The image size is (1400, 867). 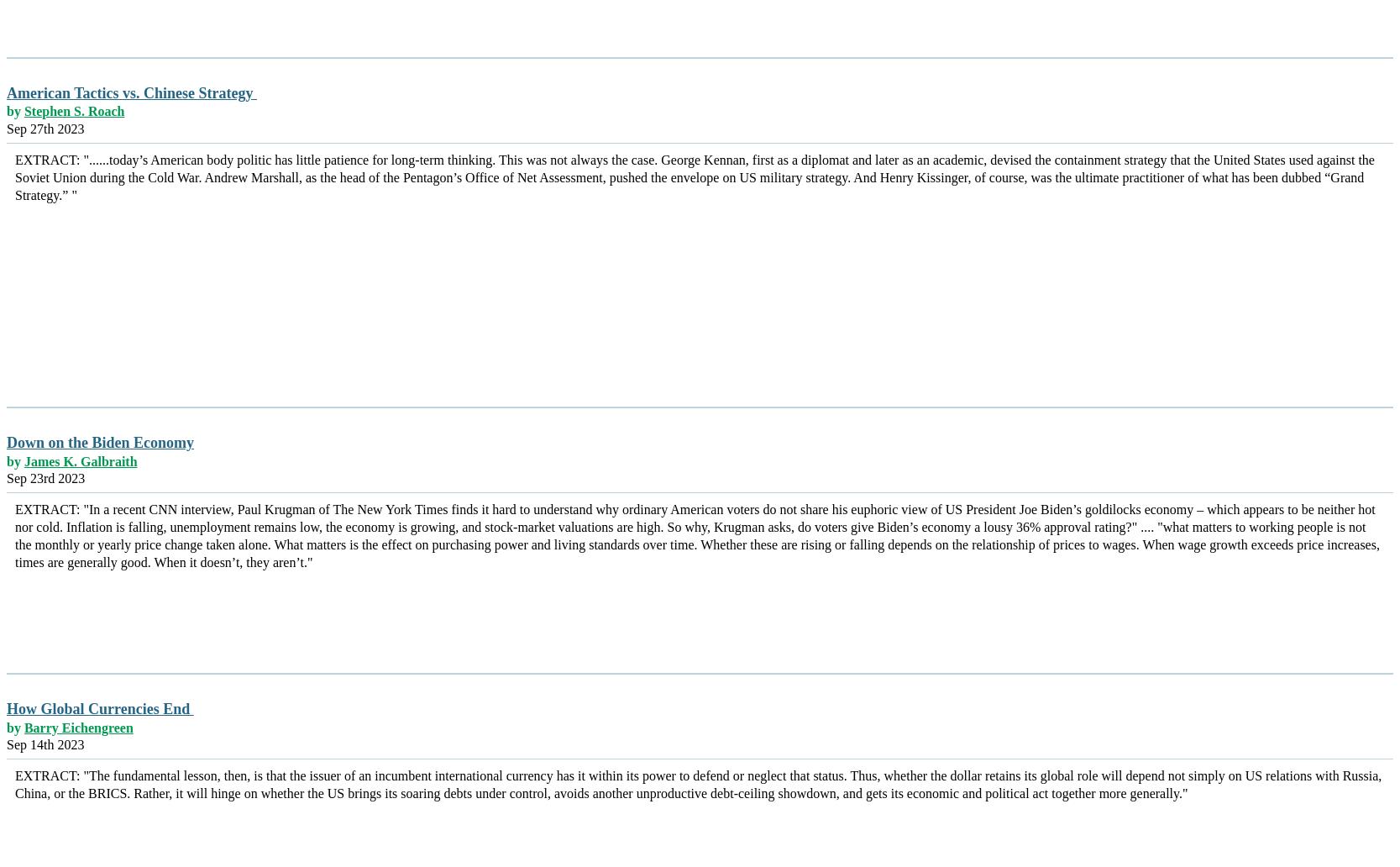 I want to click on 'EXTRACT: "In a recent CNN interview, Paul Krugman of The New York Times finds it hard to understand why ordinary American voters do not share his euphoric view of US President Joe Biden’s goldilocks economy – which appears to be neither hot nor cold. Inflation is falling, unemployment remains low, the economy is growing, and stock-market valuations are high. So why, Krugman asks, do voters give Biden’s economy a lousy 36% approval rating?" .... "what matters to working people is not the monthly or yearly price change taken alone. What matters is the effect on purchasing power and living standards over time. Whether these are rising or falling depends on the relationship of prices to wages. When wage growth exceeds price increases, times are generally good. When it doesn’t, they aren’t."', so click(x=15, y=535).